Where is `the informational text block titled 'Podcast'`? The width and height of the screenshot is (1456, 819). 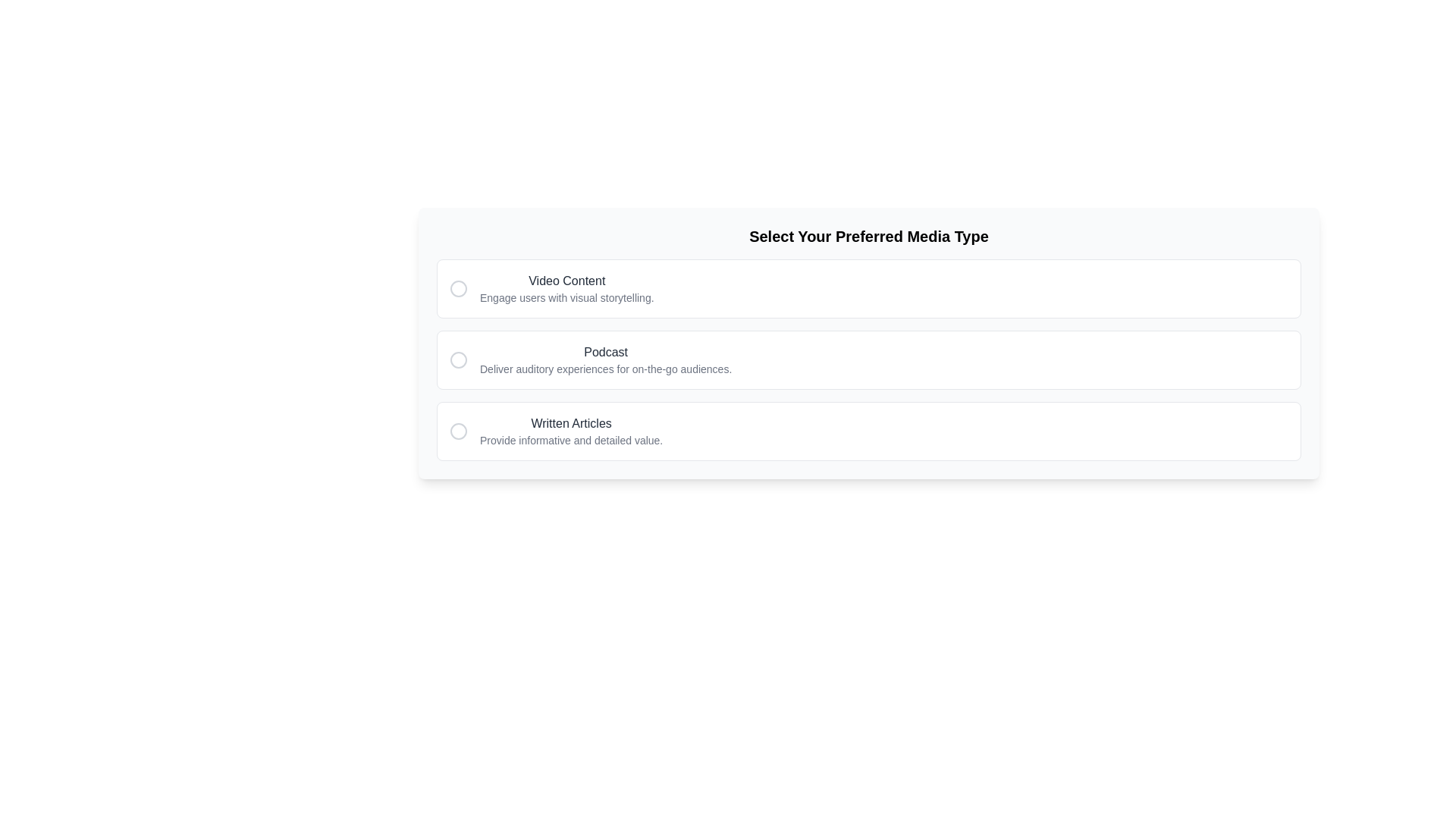
the informational text block titled 'Podcast' is located at coordinates (605, 359).